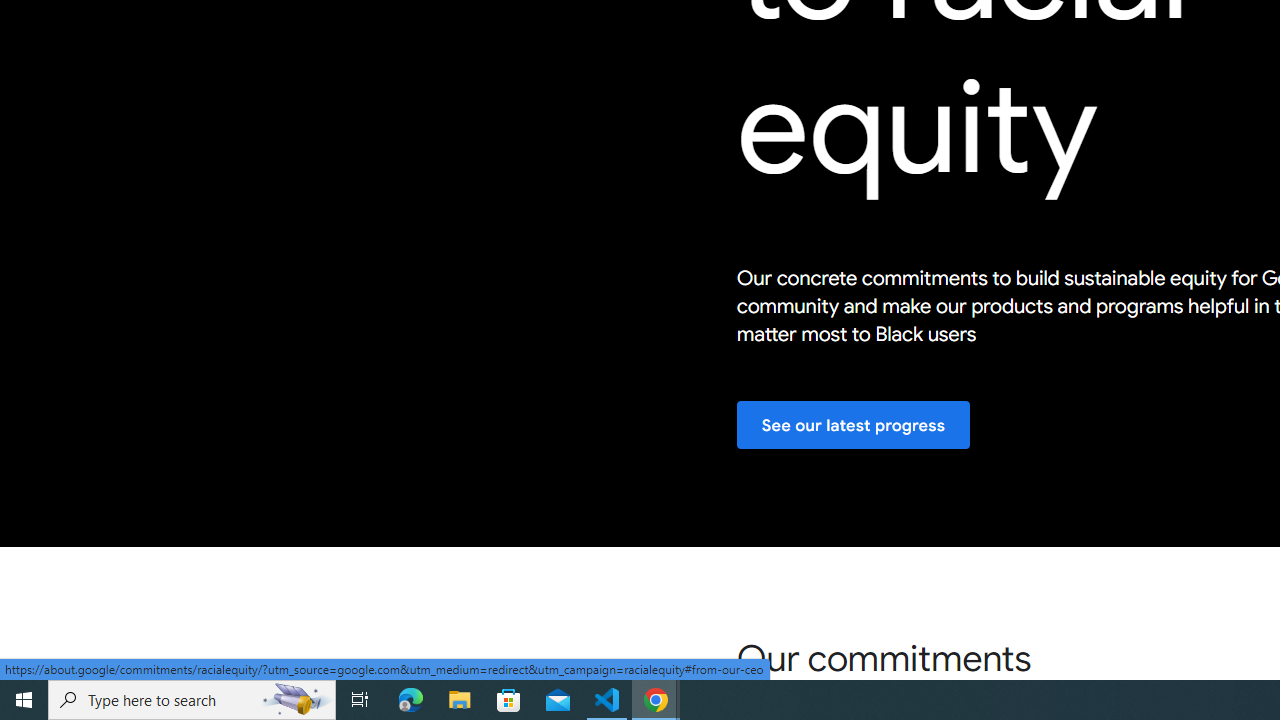 The width and height of the screenshot is (1280, 720). I want to click on 'See our latest progress', so click(853, 424).